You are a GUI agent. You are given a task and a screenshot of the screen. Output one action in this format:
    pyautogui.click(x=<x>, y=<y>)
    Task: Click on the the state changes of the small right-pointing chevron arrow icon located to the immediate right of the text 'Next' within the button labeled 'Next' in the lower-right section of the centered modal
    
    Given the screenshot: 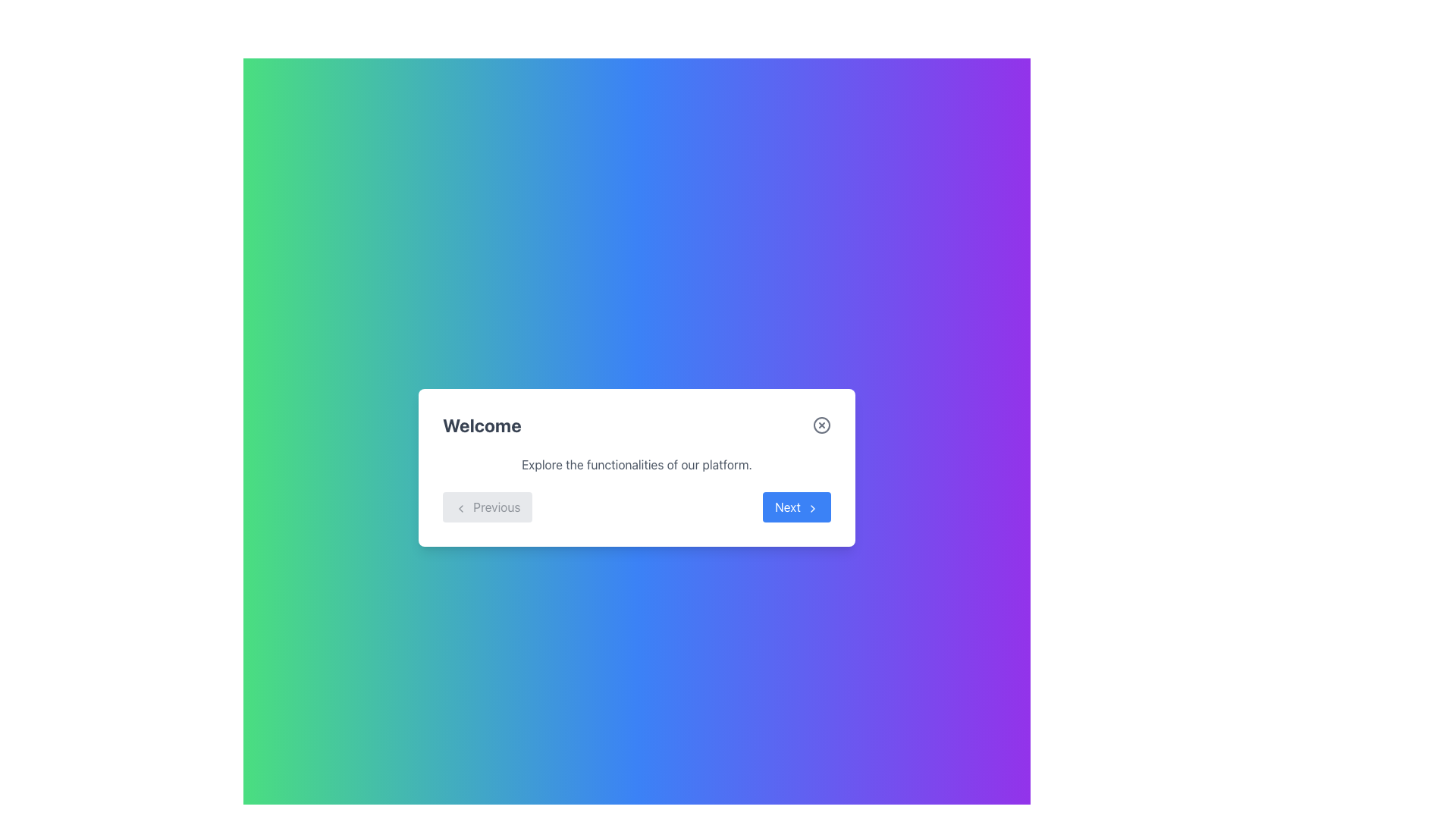 What is the action you would take?
    pyautogui.click(x=811, y=508)
    